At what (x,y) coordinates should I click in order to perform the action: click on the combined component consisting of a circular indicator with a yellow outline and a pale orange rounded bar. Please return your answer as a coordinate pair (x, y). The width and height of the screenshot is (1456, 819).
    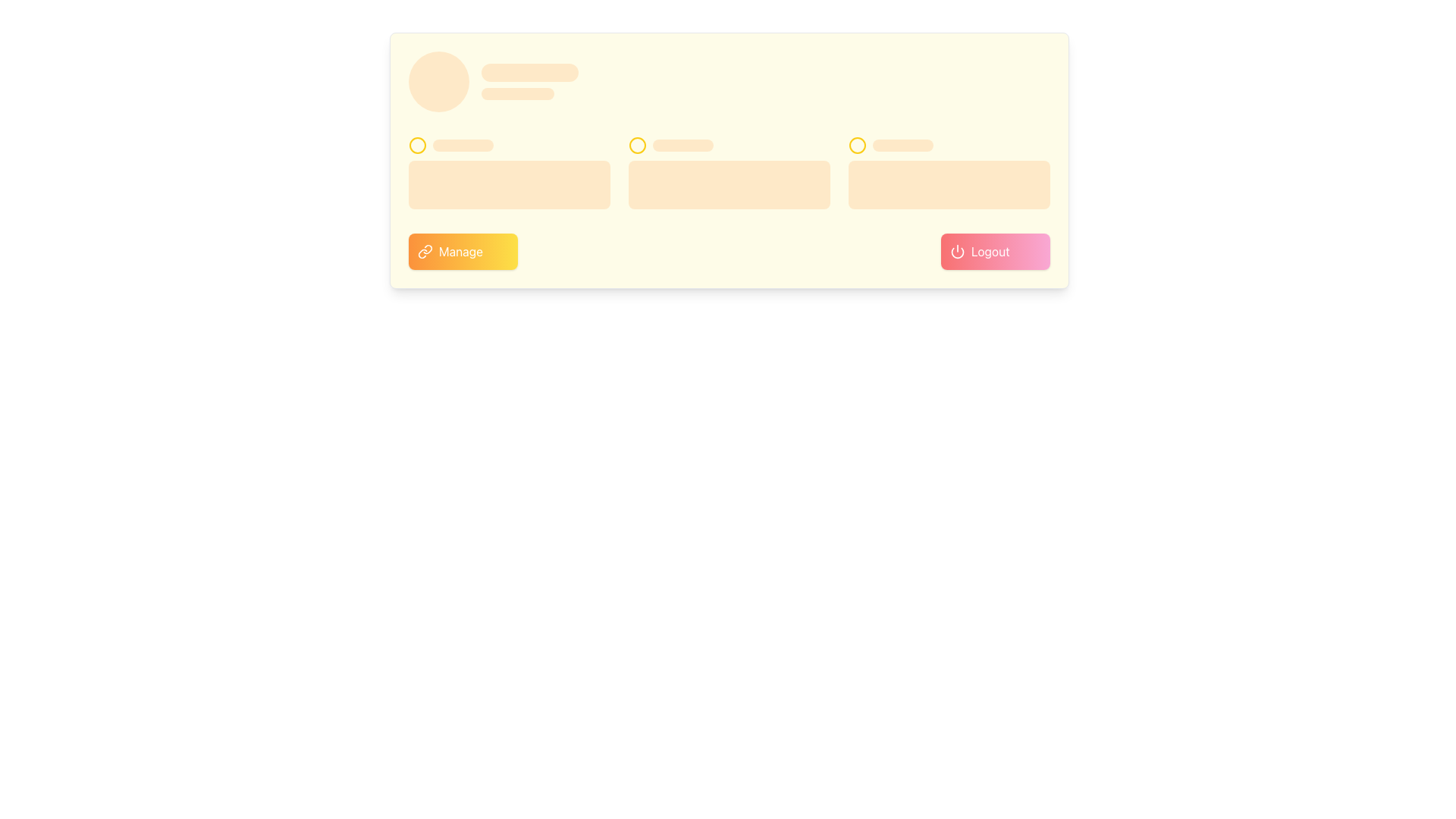
    Looking at the image, I should click on (949, 146).